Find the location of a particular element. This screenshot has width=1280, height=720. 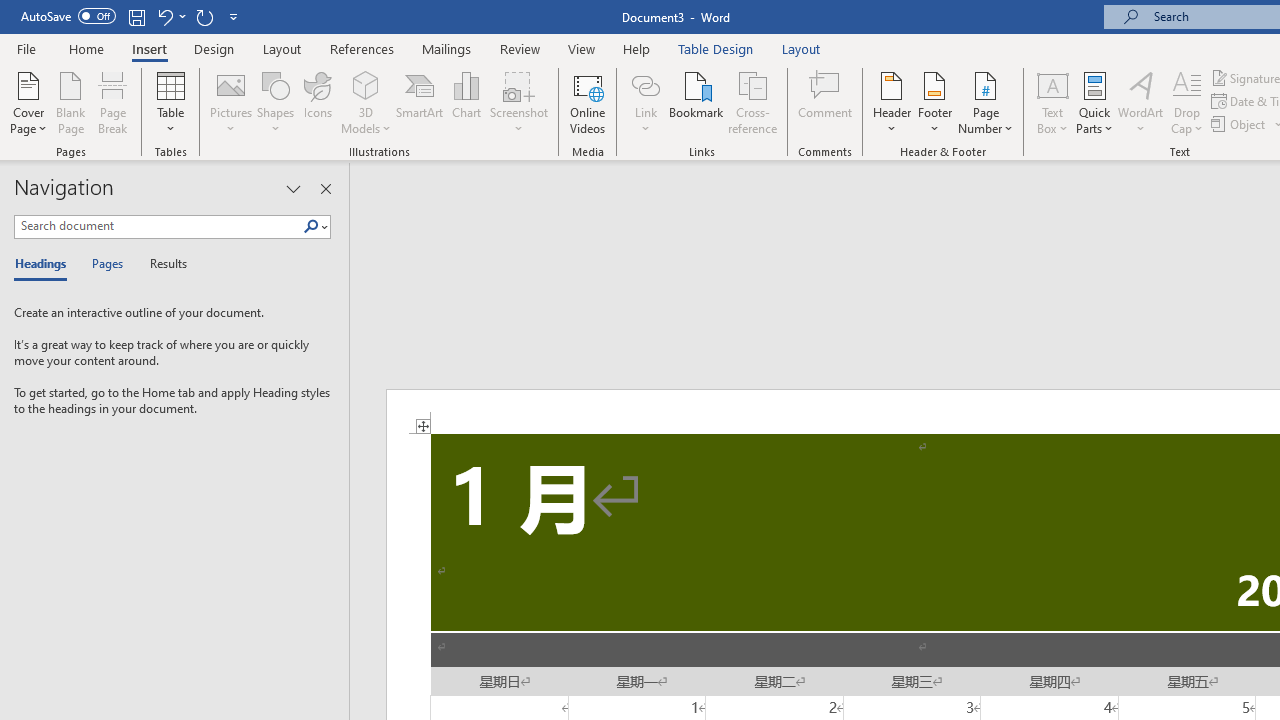

'Pictures' is located at coordinates (231, 103).